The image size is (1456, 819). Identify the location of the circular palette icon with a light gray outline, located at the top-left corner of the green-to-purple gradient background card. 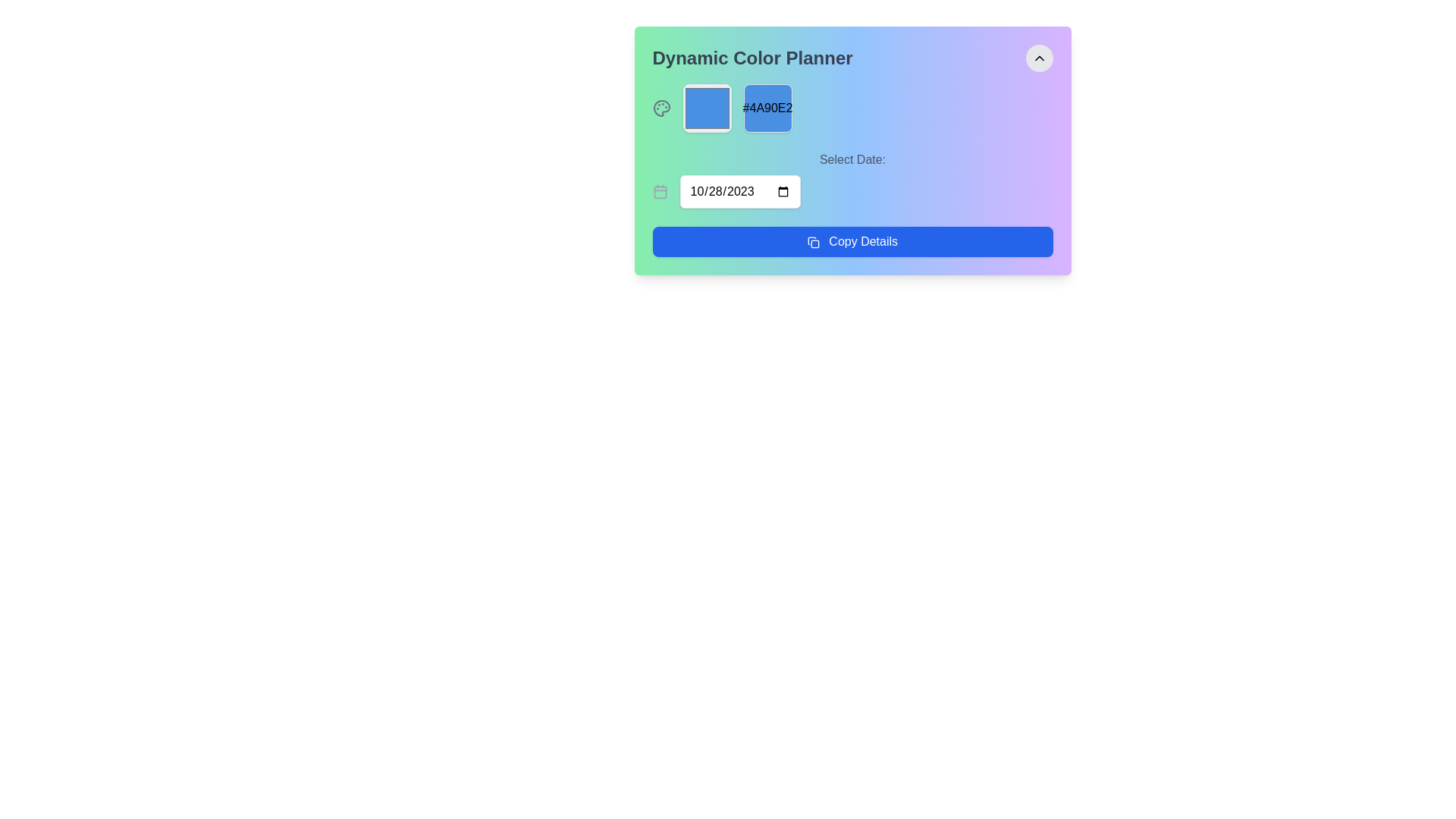
(661, 107).